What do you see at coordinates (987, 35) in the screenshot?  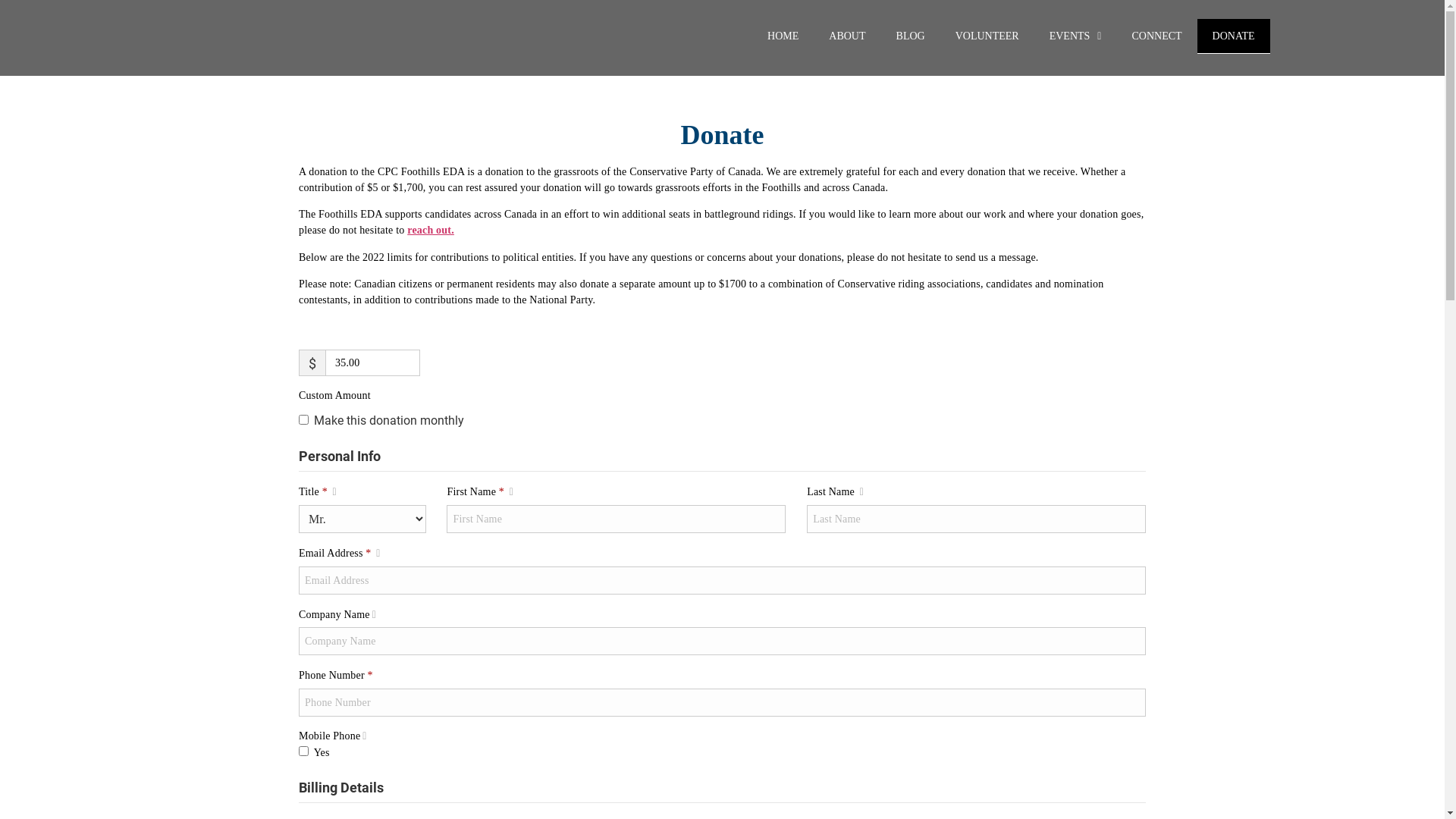 I see `'VOLUNTEER'` at bounding box center [987, 35].